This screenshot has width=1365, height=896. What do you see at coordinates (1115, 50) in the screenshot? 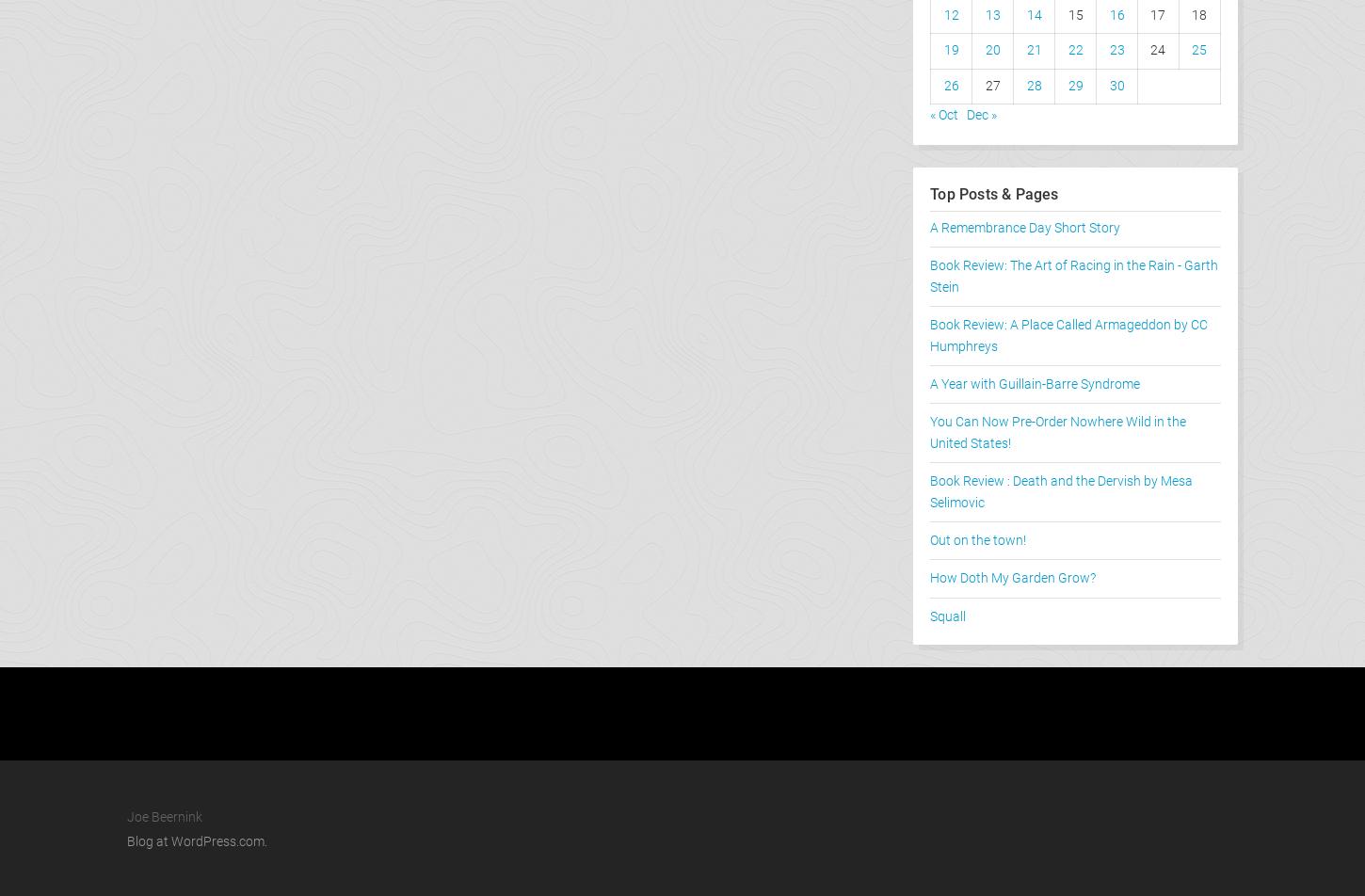
I see `'23'` at bounding box center [1115, 50].